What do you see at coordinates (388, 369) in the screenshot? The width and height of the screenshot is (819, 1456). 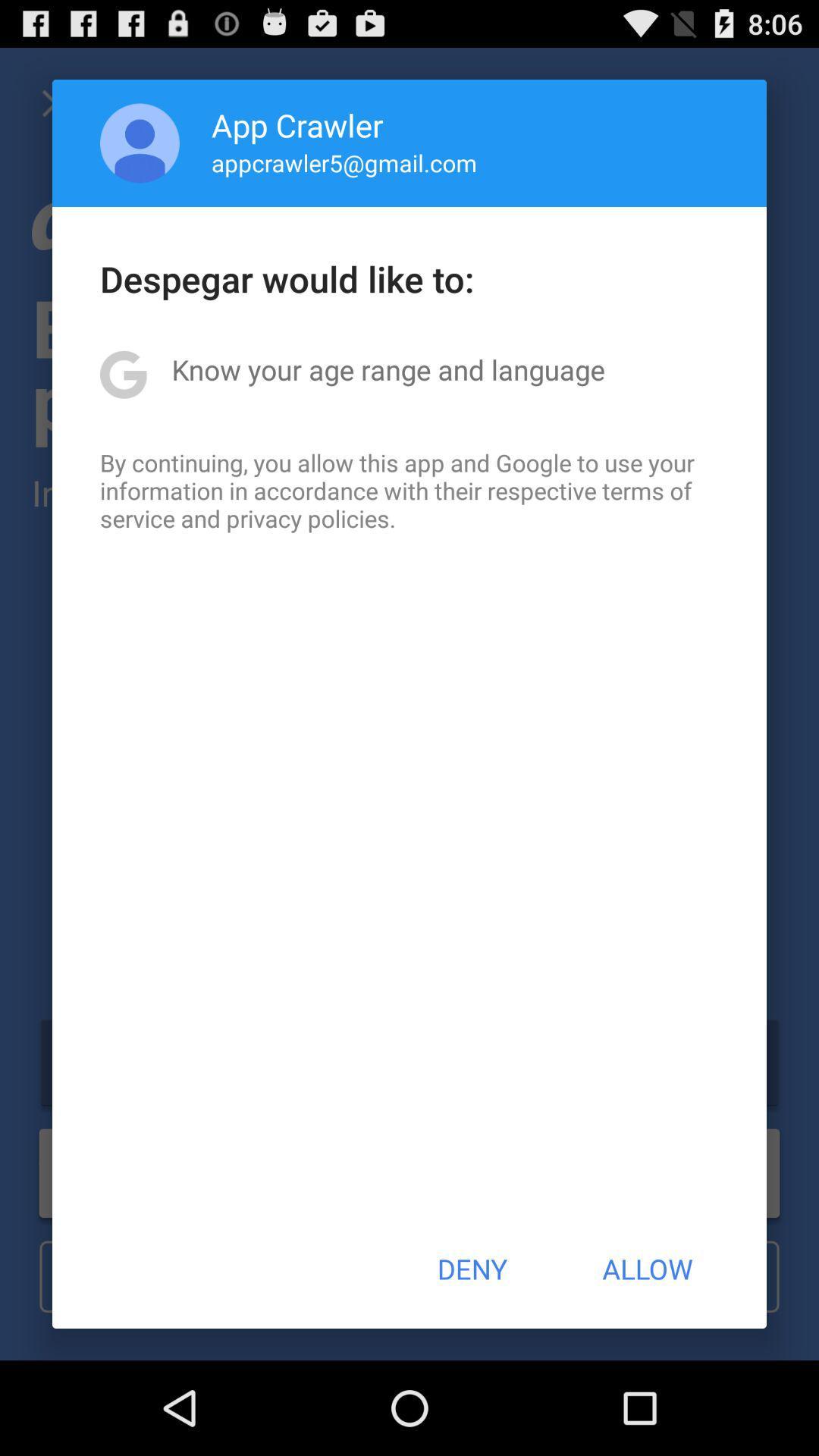 I see `the item above by continuing you` at bounding box center [388, 369].